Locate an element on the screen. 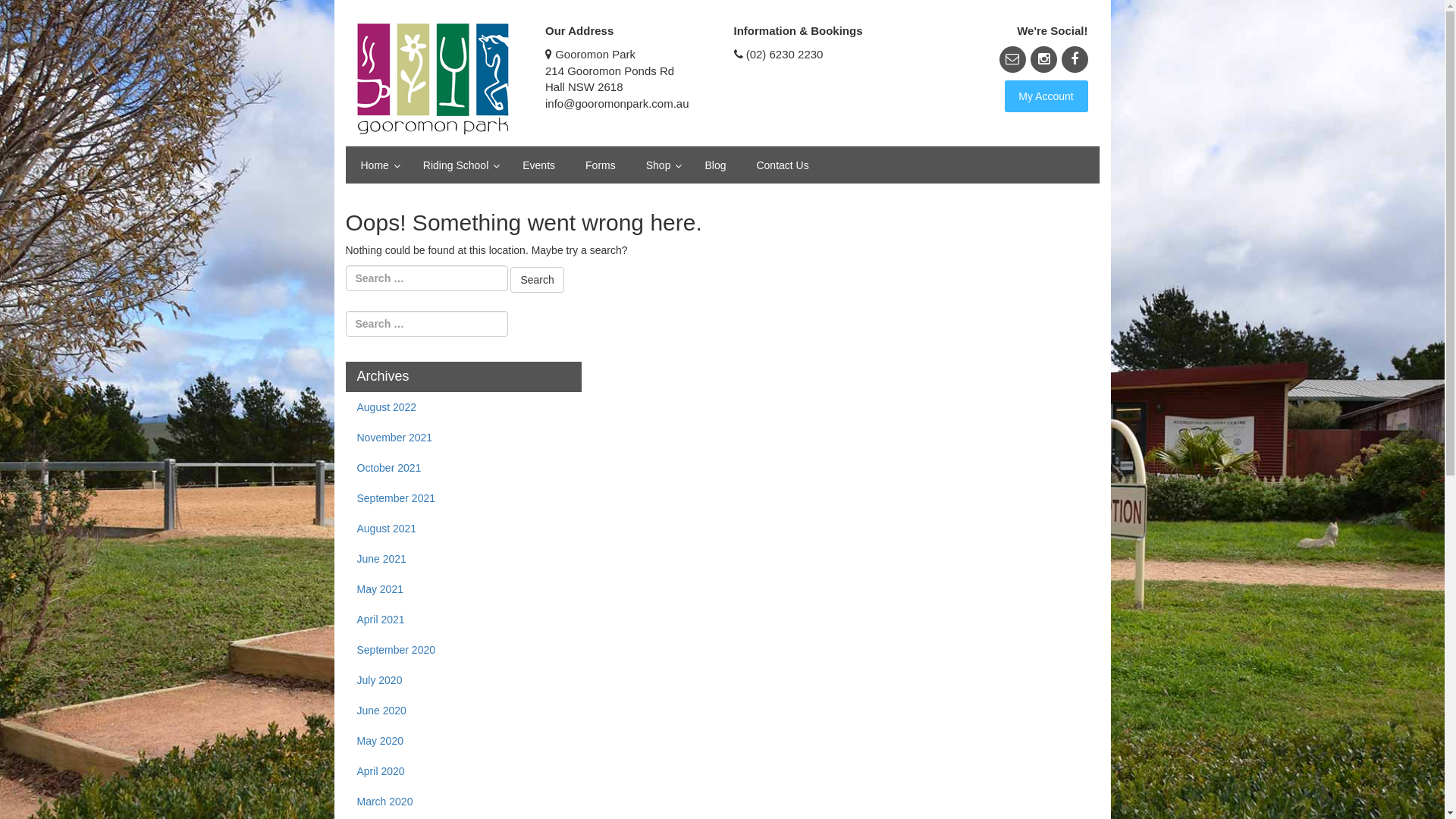 This screenshot has width=1456, height=819. 'Contact Us' is located at coordinates (782, 165).